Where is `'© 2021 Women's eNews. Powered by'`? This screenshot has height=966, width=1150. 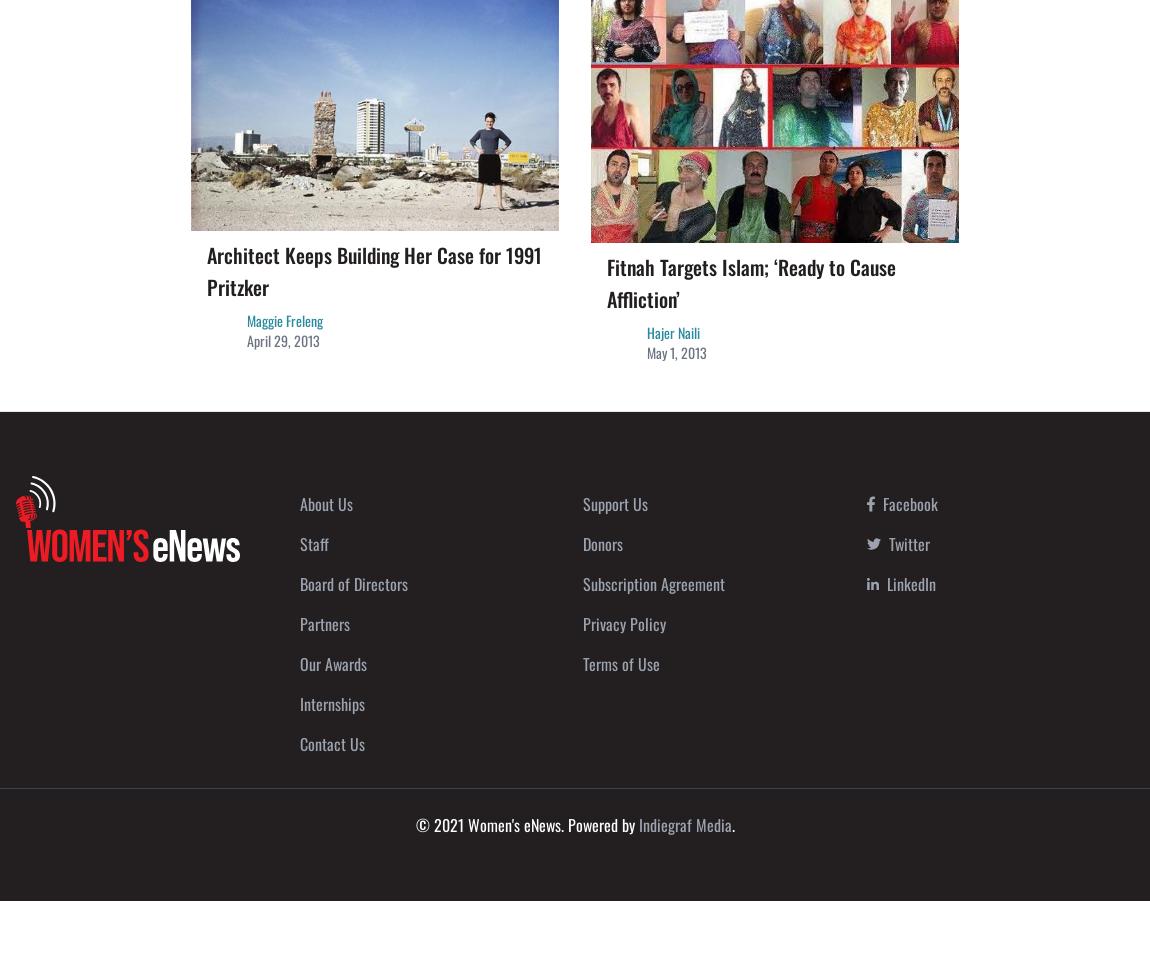 '© 2021 Women's eNews. Powered by' is located at coordinates (526, 823).